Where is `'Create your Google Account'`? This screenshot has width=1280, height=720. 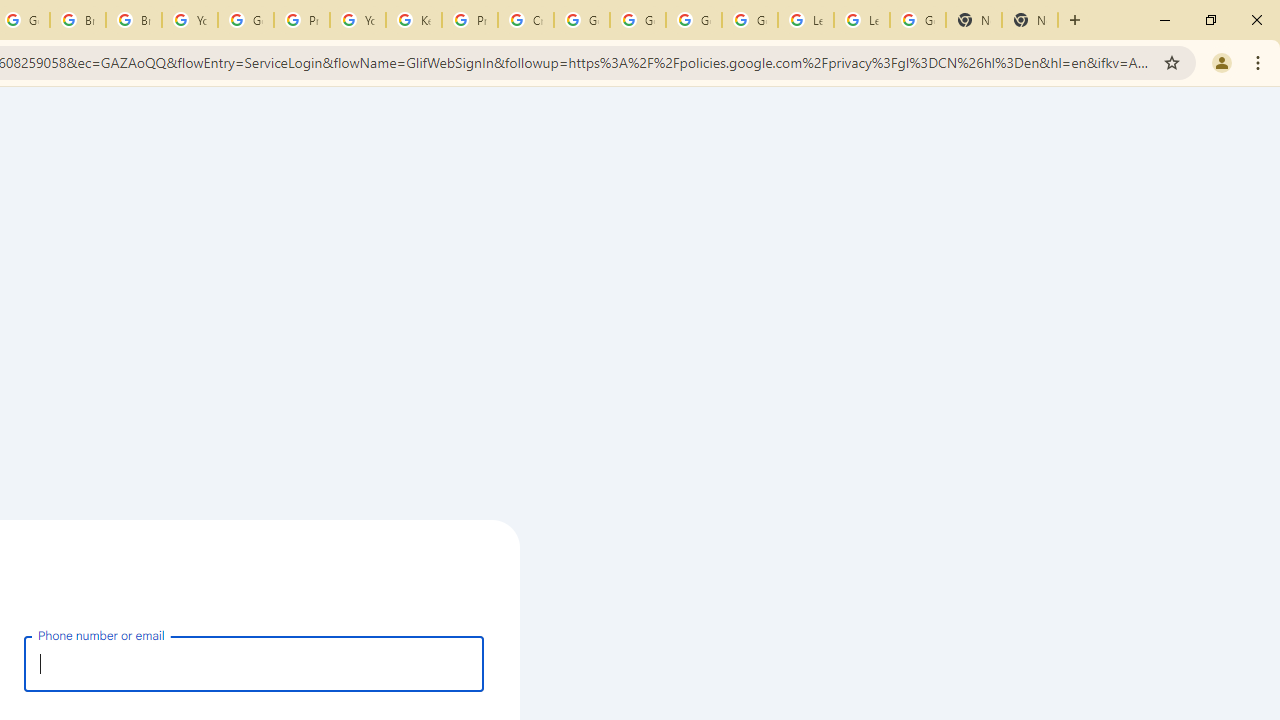
'Create your Google Account' is located at coordinates (526, 20).